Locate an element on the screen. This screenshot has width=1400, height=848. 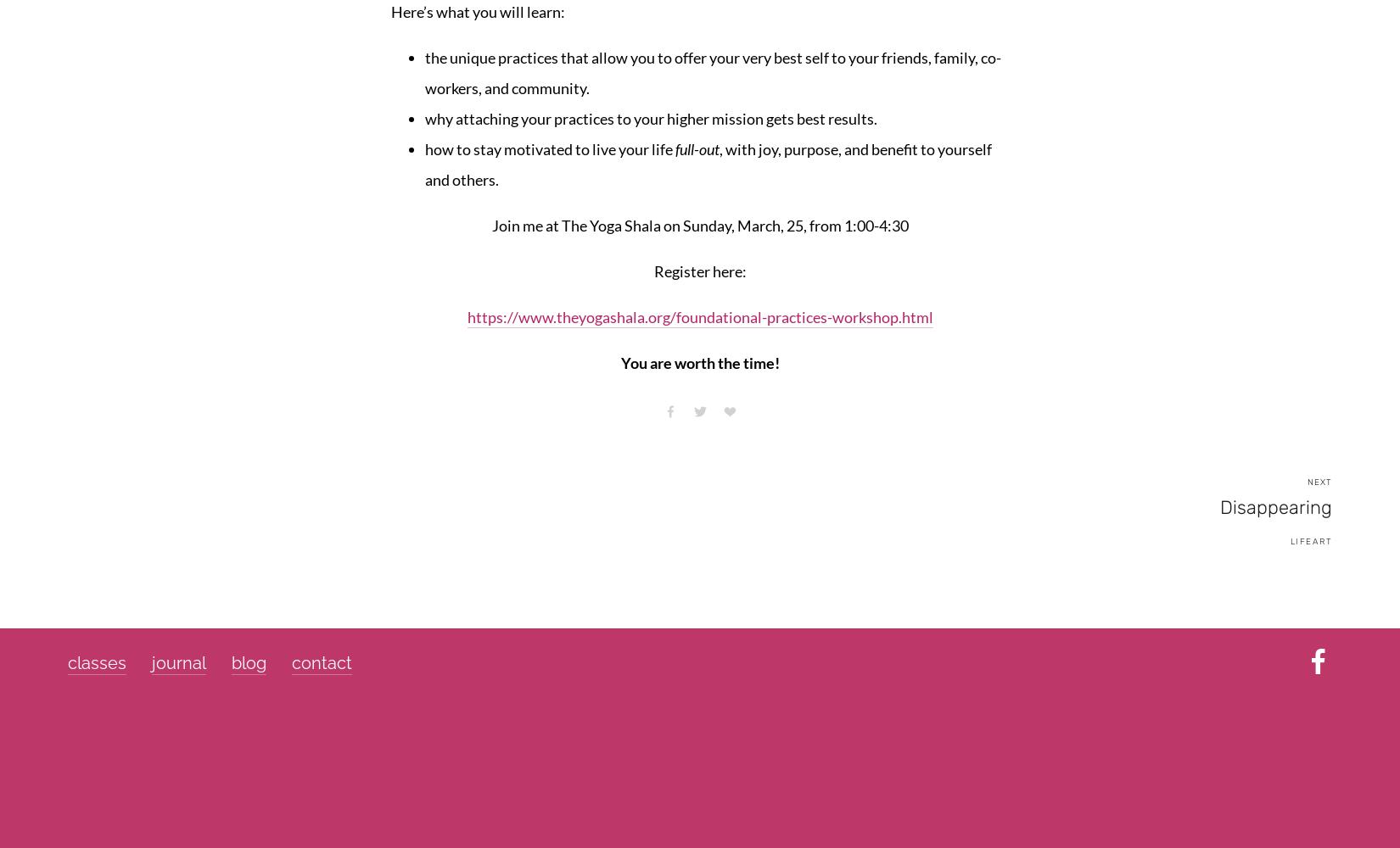
'blog' is located at coordinates (249, 663).